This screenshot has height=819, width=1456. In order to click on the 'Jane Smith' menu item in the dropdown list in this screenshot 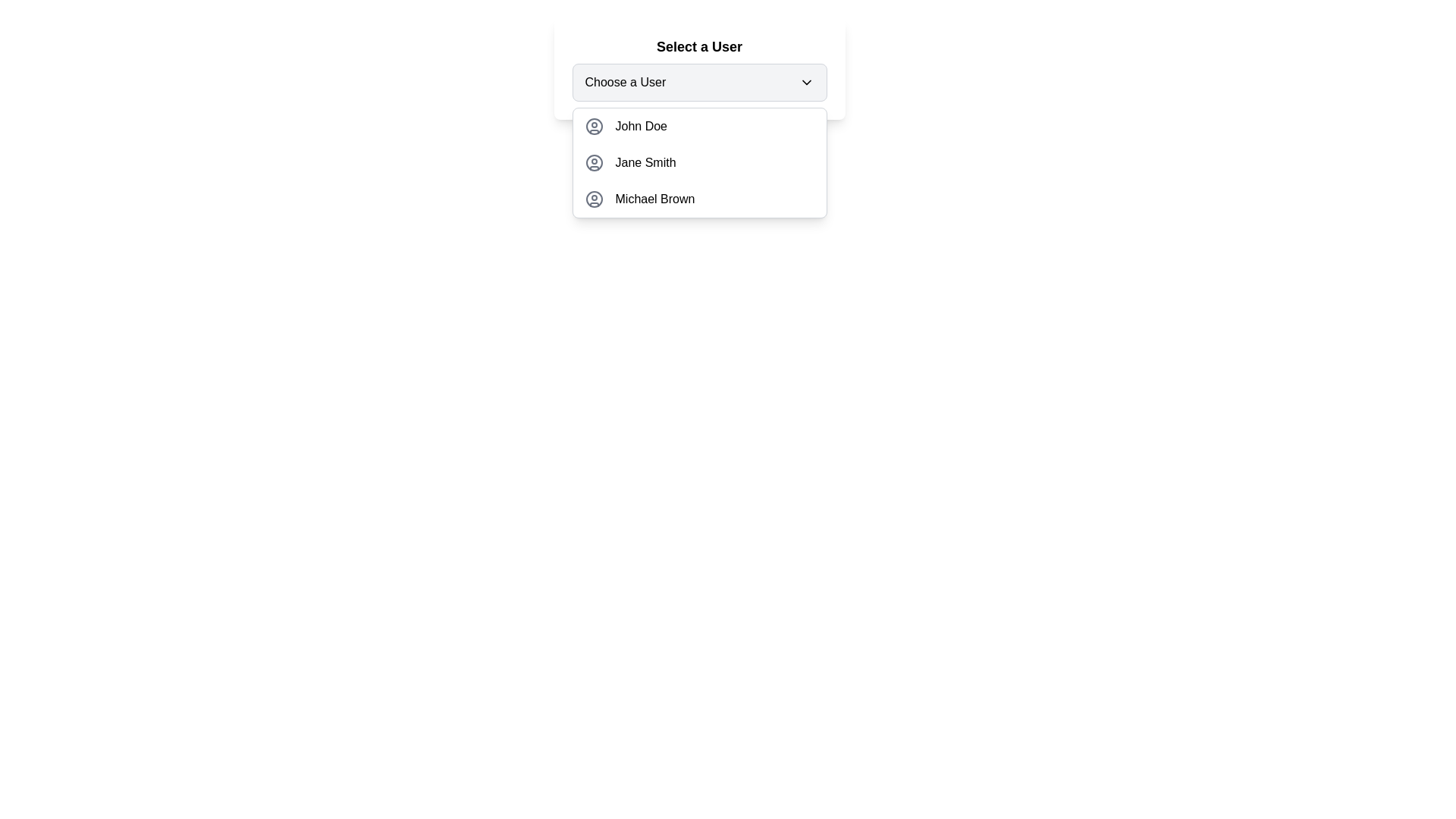, I will do `click(698, 163)`.